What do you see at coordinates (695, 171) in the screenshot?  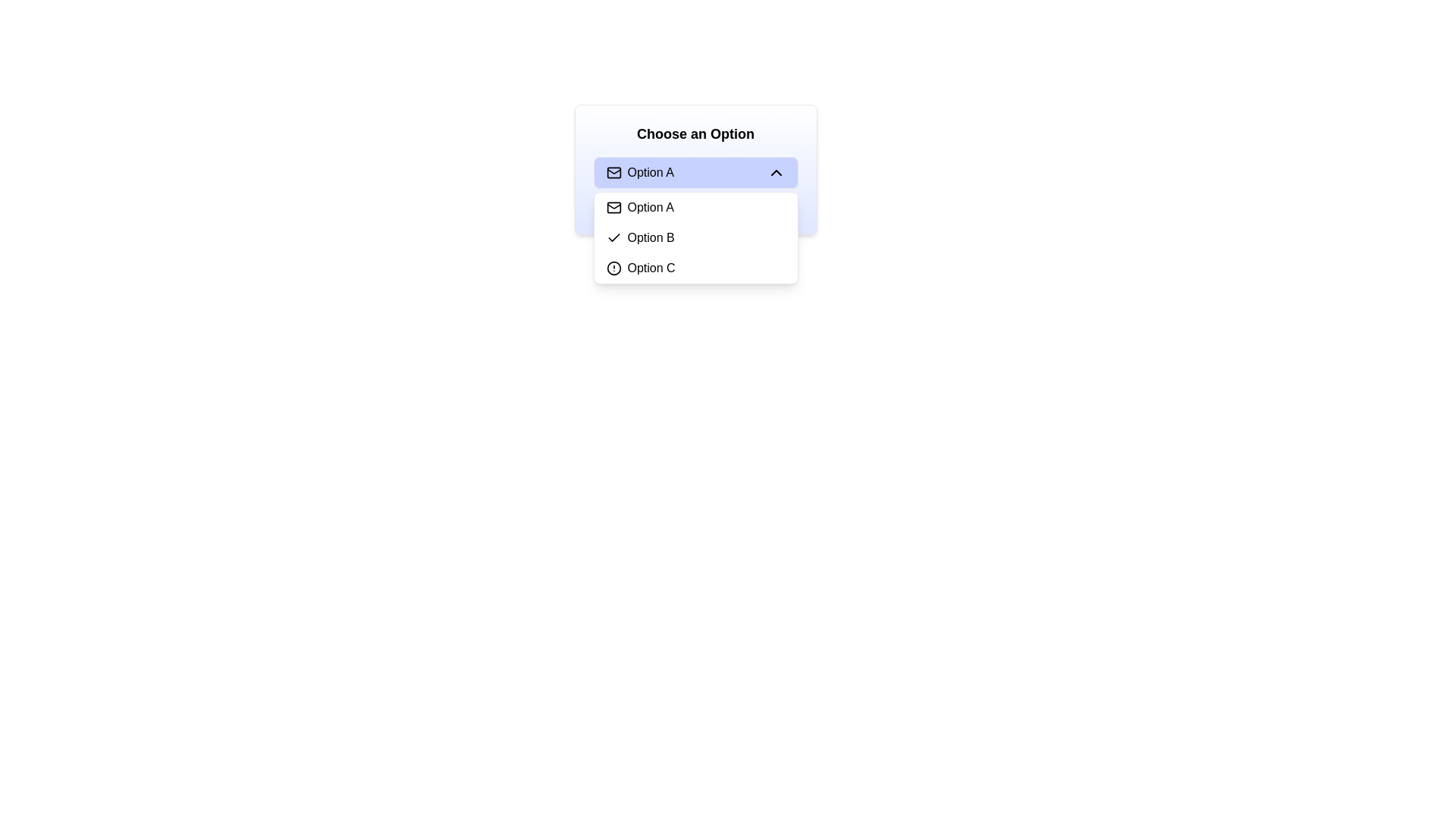 I see `the dropdown selector with a light purple background and black icons` at bounding box center [695, 171].